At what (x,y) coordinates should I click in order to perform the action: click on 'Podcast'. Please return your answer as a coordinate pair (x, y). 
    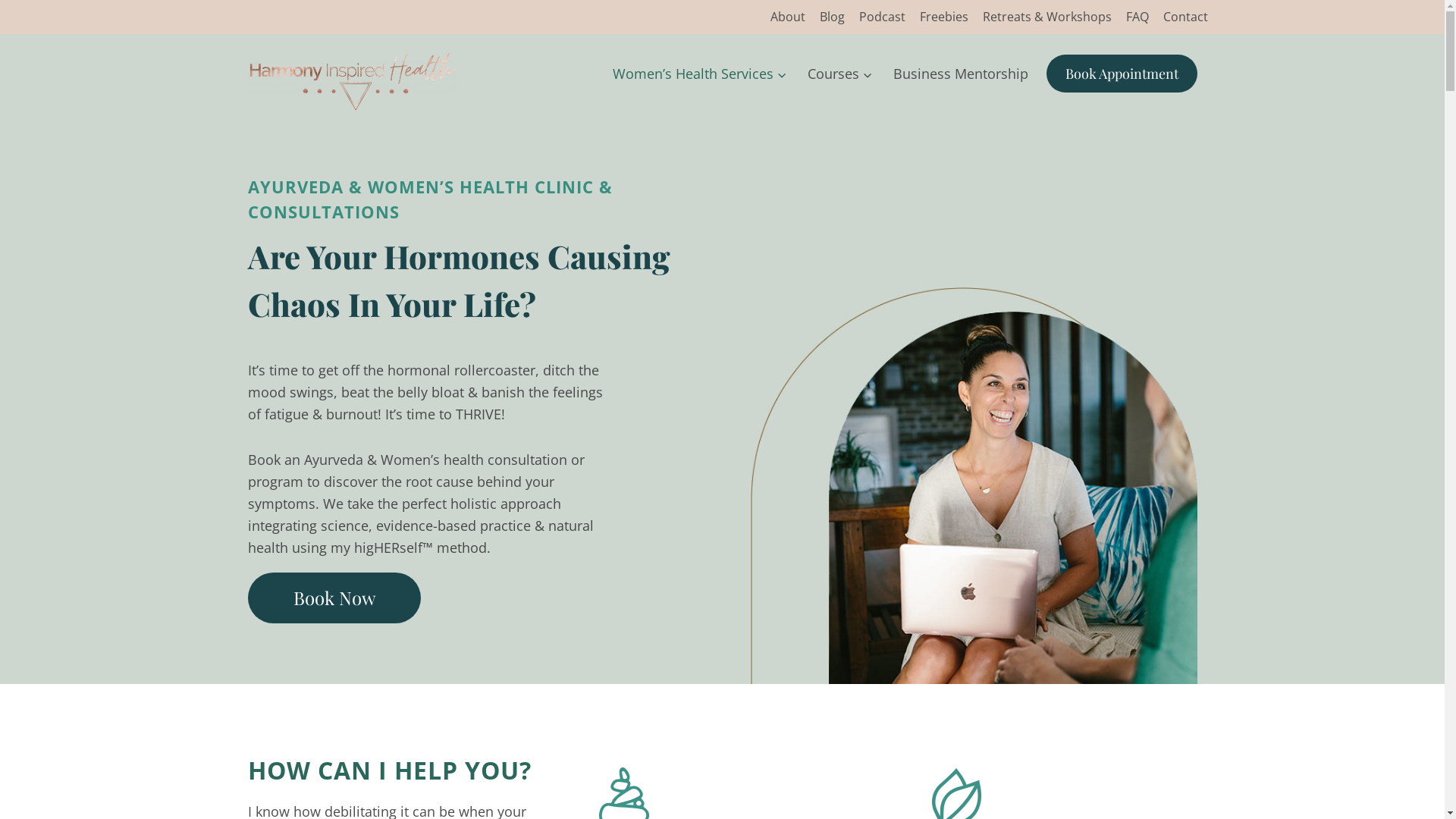
    Looking at the image, I should click on (881, 17).